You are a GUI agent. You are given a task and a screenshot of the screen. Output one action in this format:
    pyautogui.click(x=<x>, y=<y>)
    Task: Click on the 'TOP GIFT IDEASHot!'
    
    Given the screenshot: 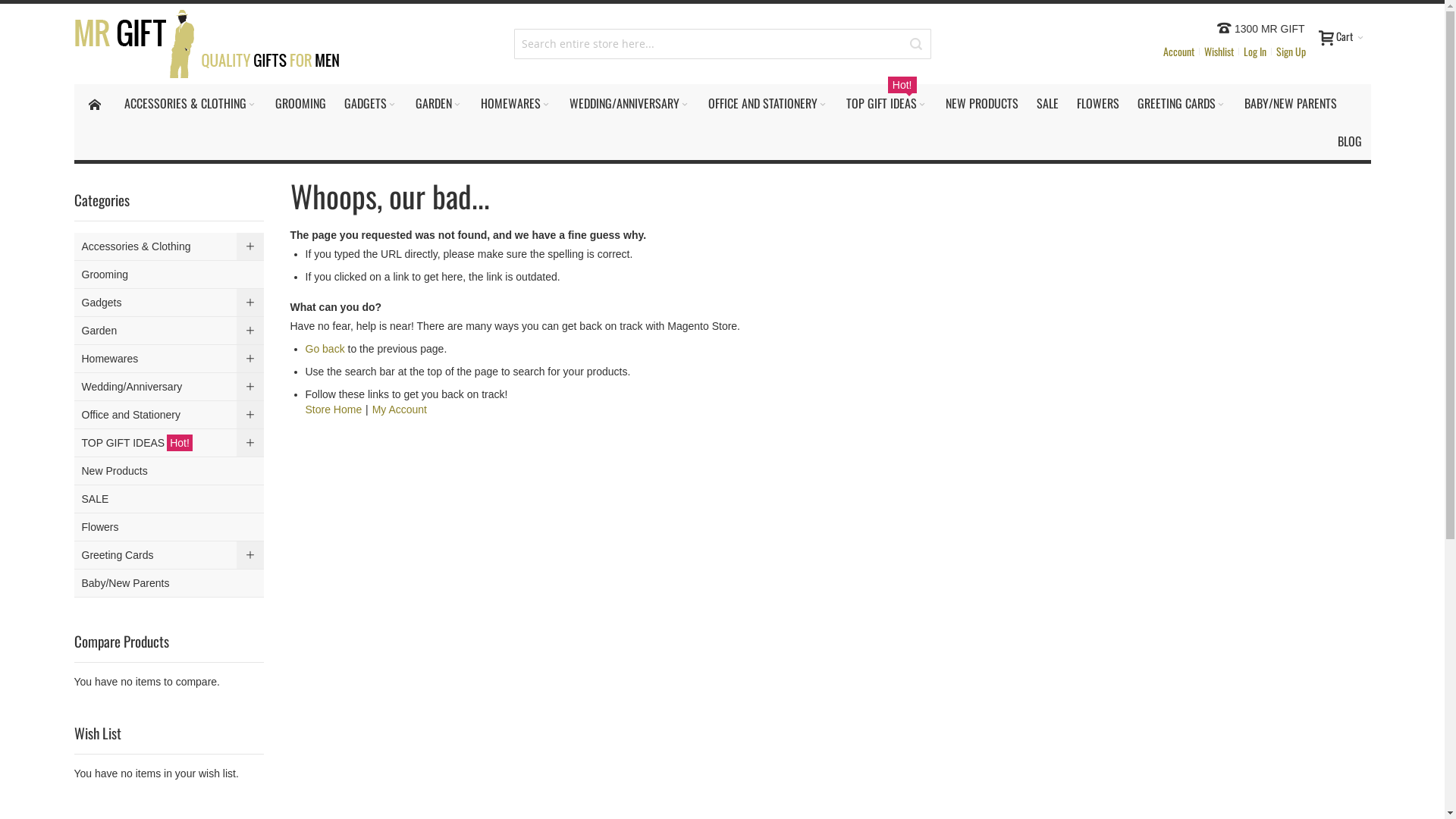 What is the action you would take?
    pyautogui.click(x=169, y=443)
    